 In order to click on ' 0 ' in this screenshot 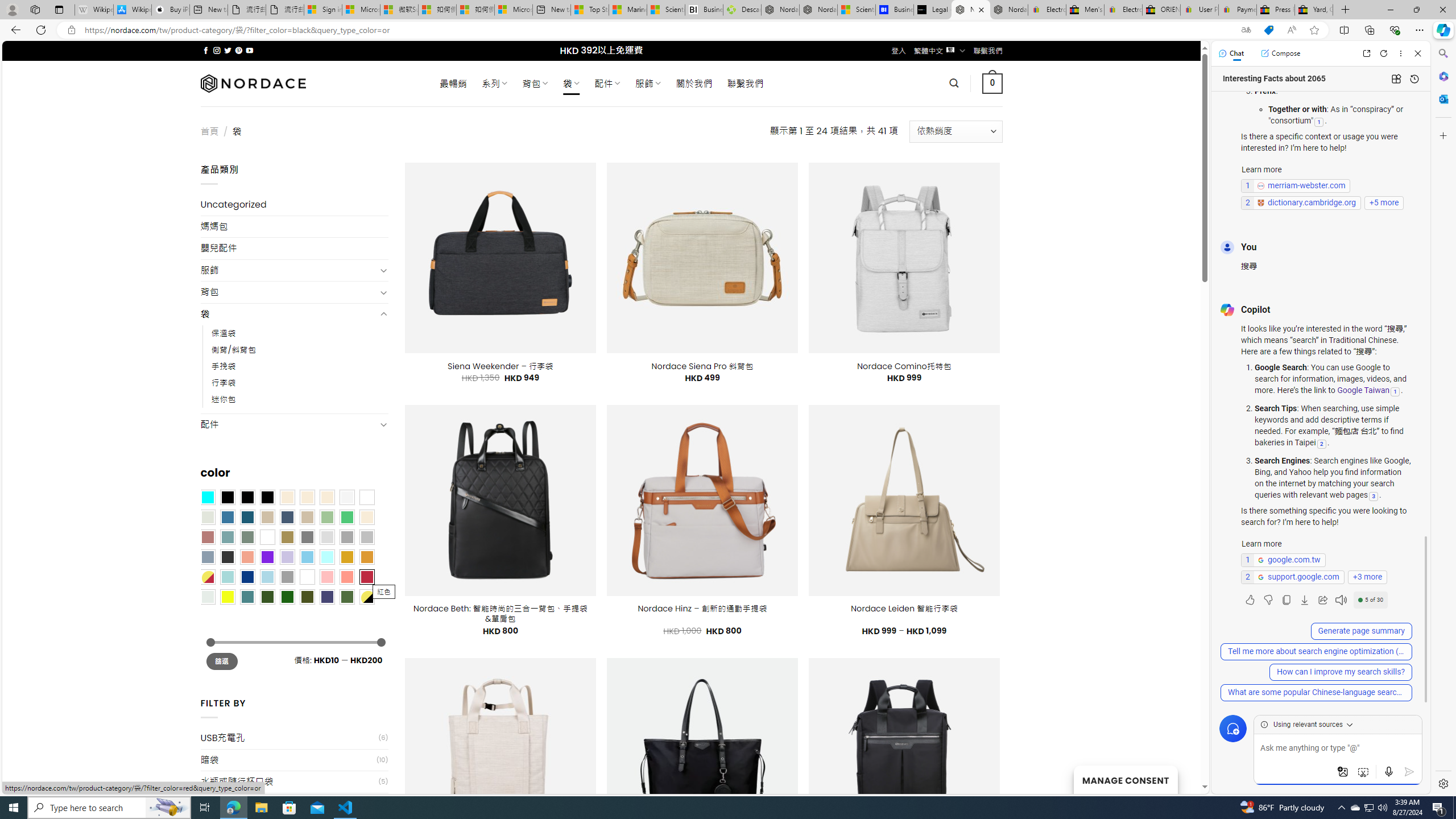, I will do `click(992, 82)`.